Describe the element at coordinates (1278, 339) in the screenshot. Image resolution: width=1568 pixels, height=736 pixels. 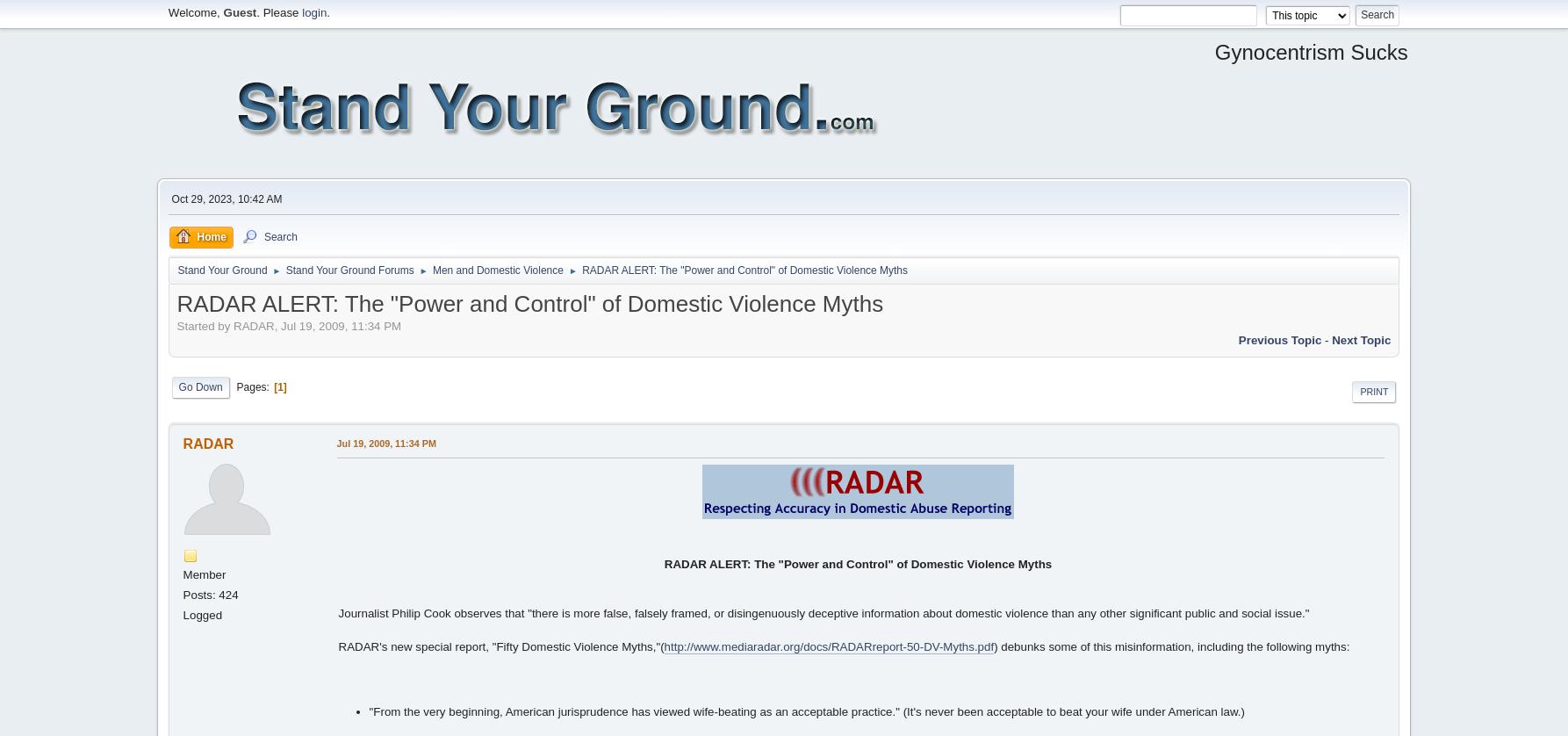
I see `'previous topic'` at that location.